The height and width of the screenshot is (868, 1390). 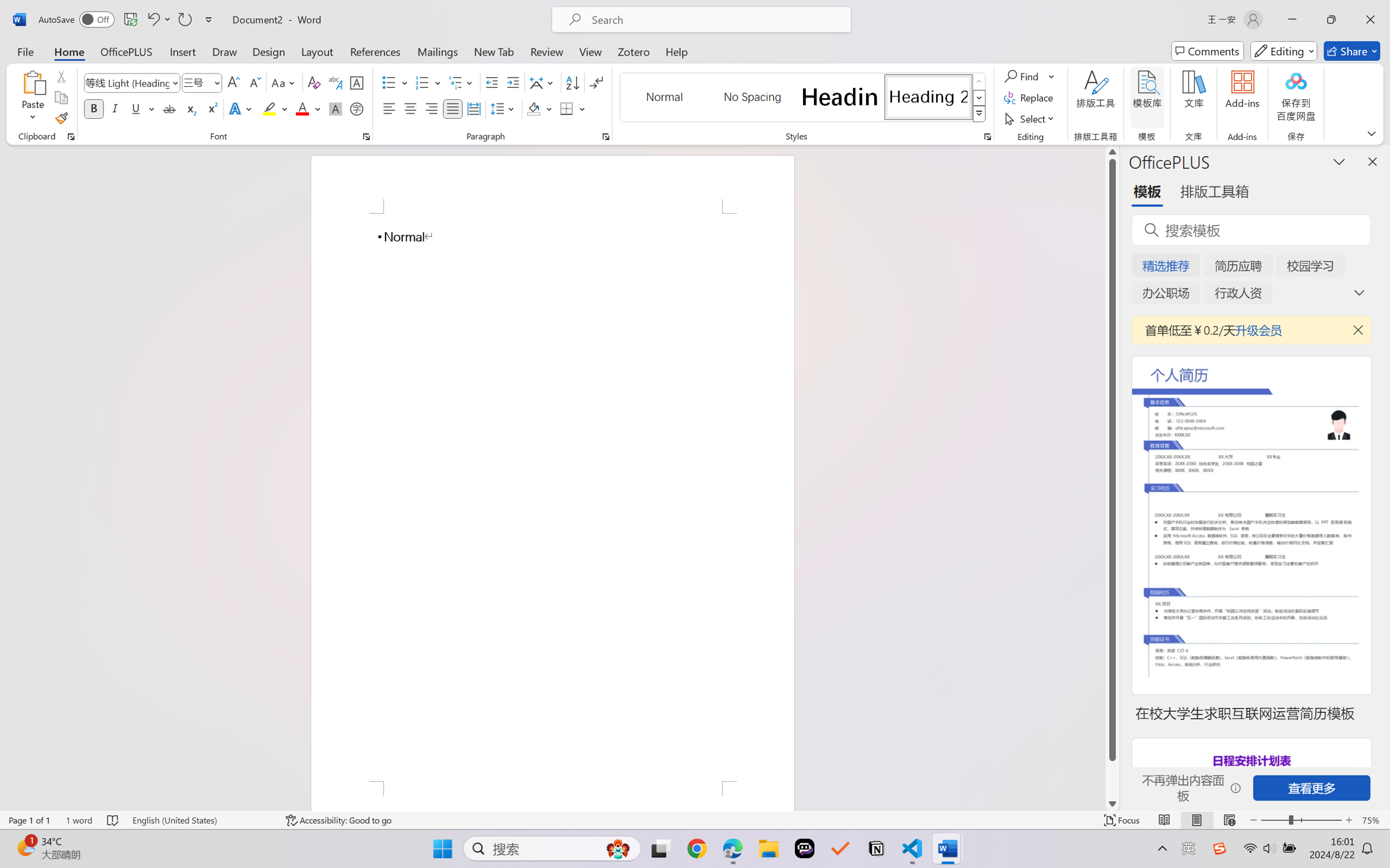 I want to click on 'Class: Image', so click(x=1219, y=848).